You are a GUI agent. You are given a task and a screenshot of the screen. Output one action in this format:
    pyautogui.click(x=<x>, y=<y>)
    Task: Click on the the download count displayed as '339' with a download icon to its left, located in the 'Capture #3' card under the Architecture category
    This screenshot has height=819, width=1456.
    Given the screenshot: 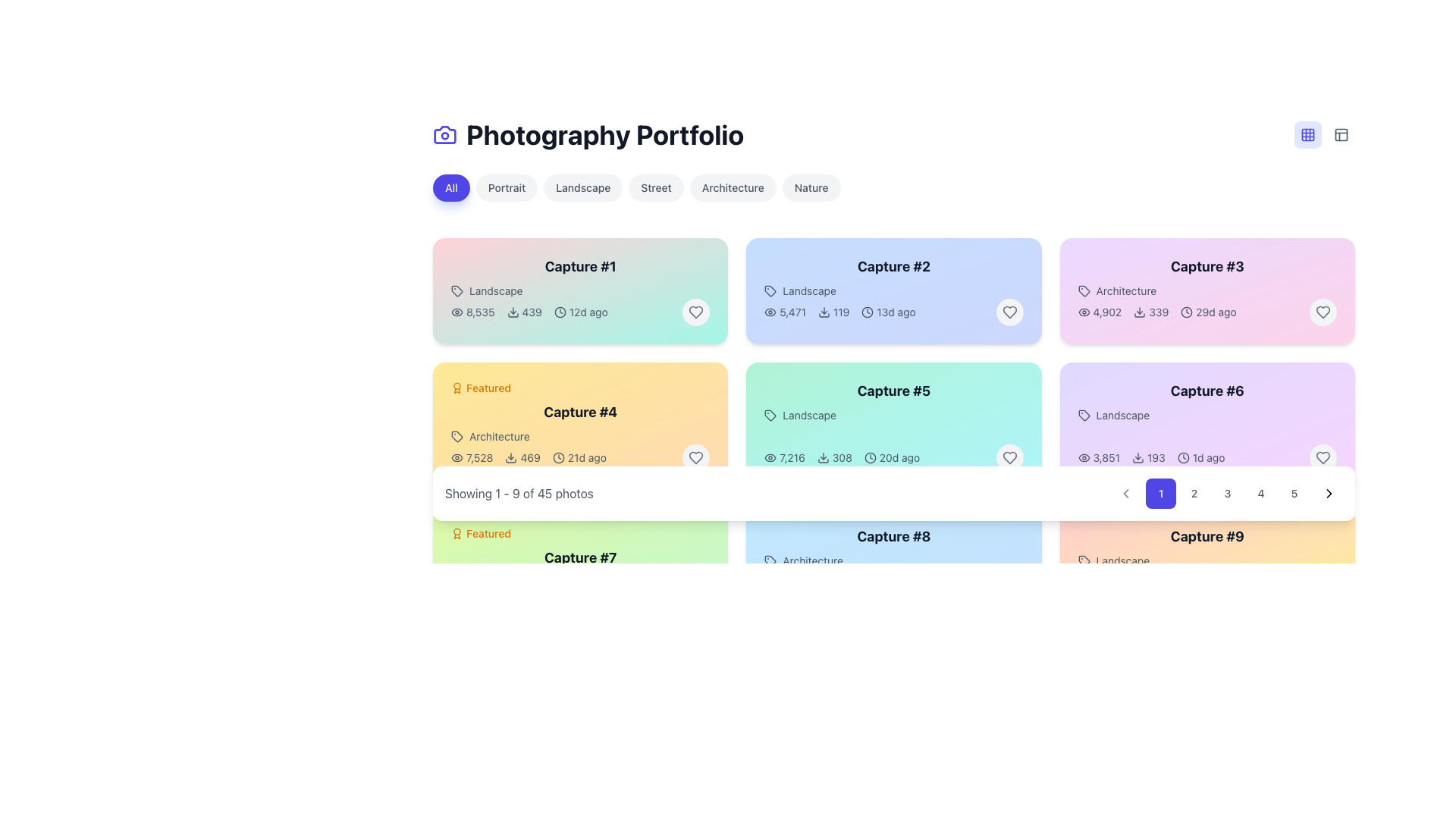 What is the action you would take?
    pyautogui.click(x=1151, y=312)
    